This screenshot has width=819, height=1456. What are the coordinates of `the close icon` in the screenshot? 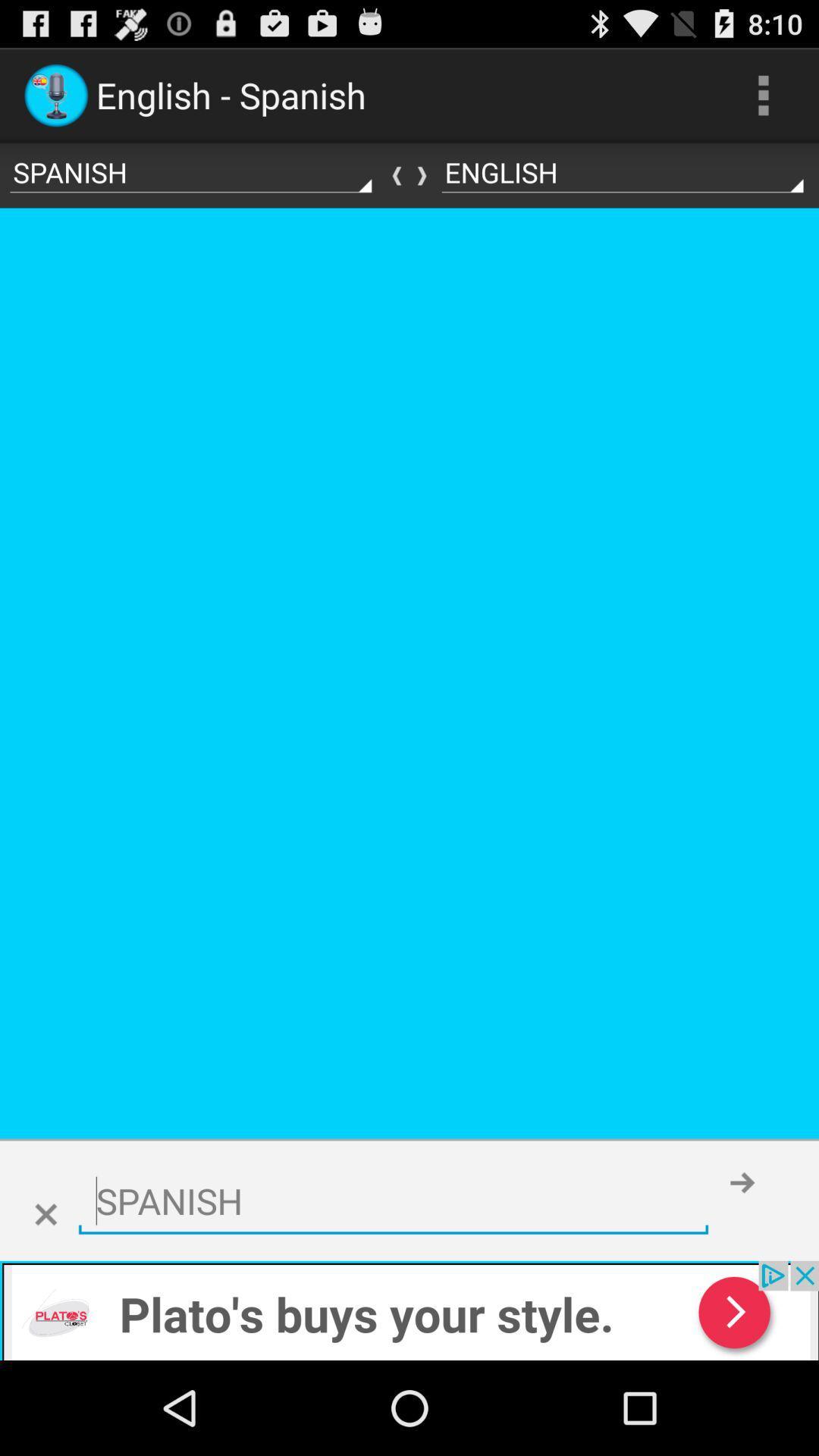 It's located at (45, 1299).